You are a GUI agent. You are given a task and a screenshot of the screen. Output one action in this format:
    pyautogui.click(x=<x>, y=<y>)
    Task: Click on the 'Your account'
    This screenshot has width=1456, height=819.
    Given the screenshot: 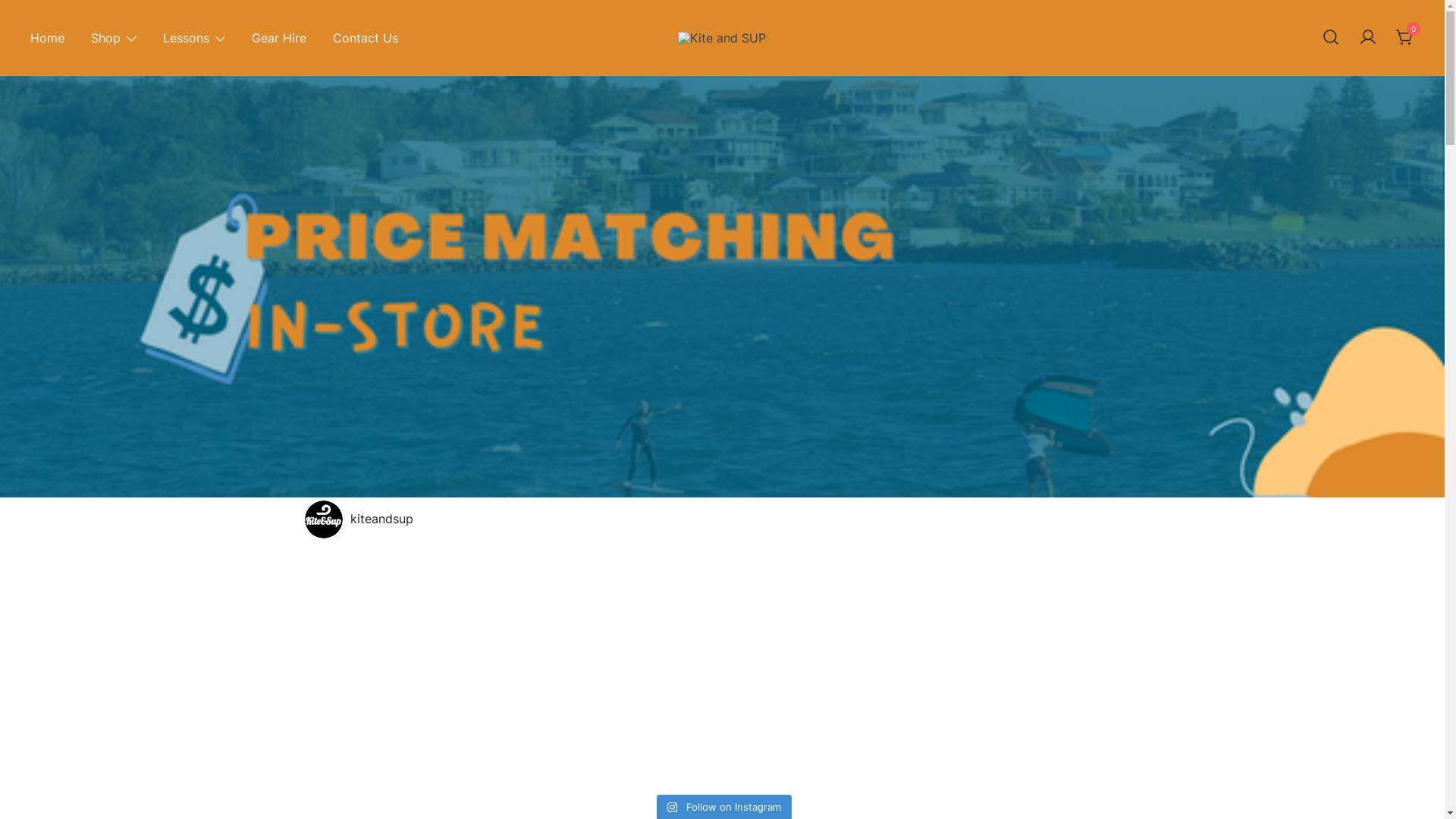 What is the action you would take?
    pyautogui.click(x=1358, y=36)
    